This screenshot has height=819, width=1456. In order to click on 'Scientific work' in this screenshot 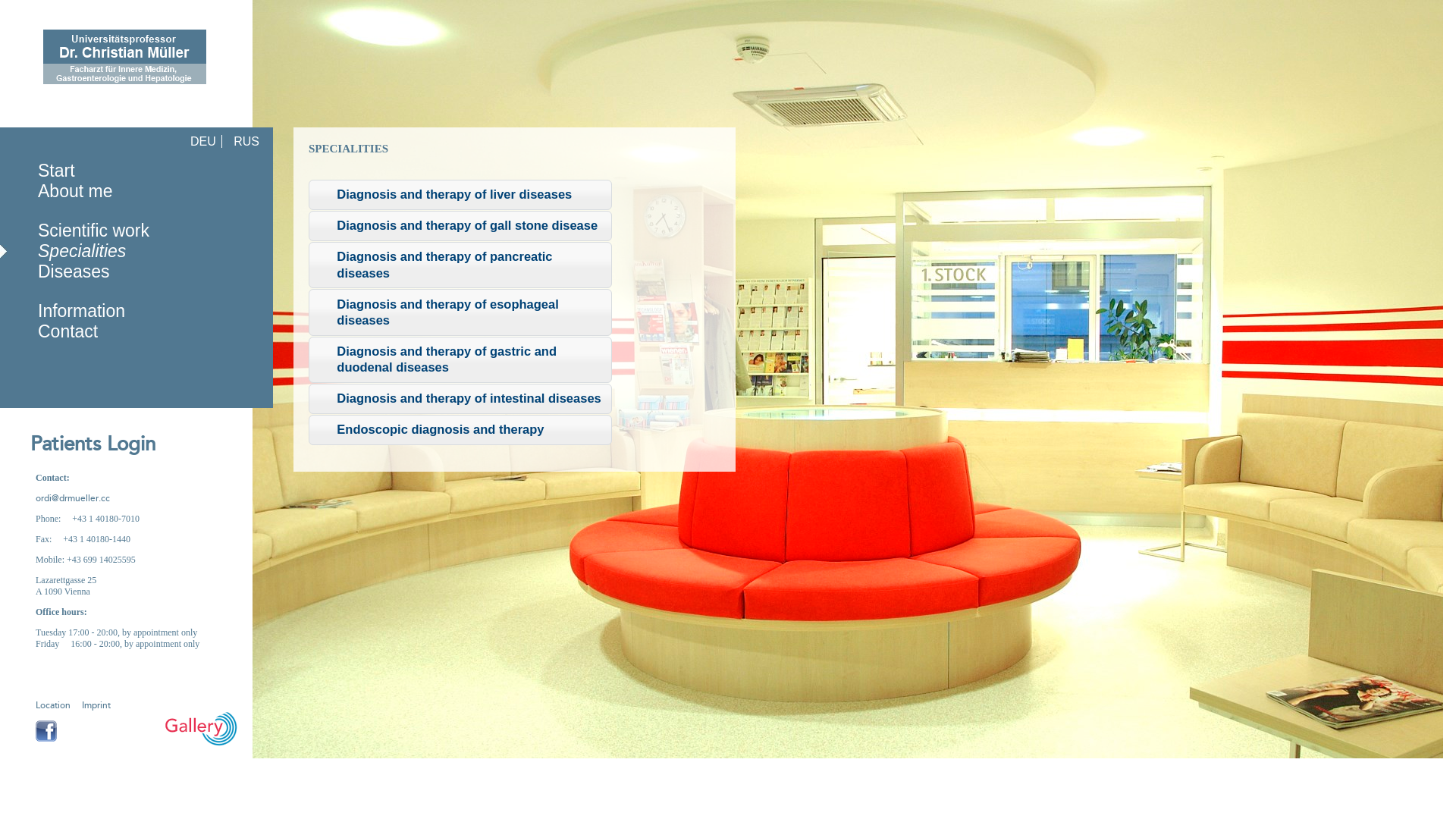, I will do `click(93, 231)`.